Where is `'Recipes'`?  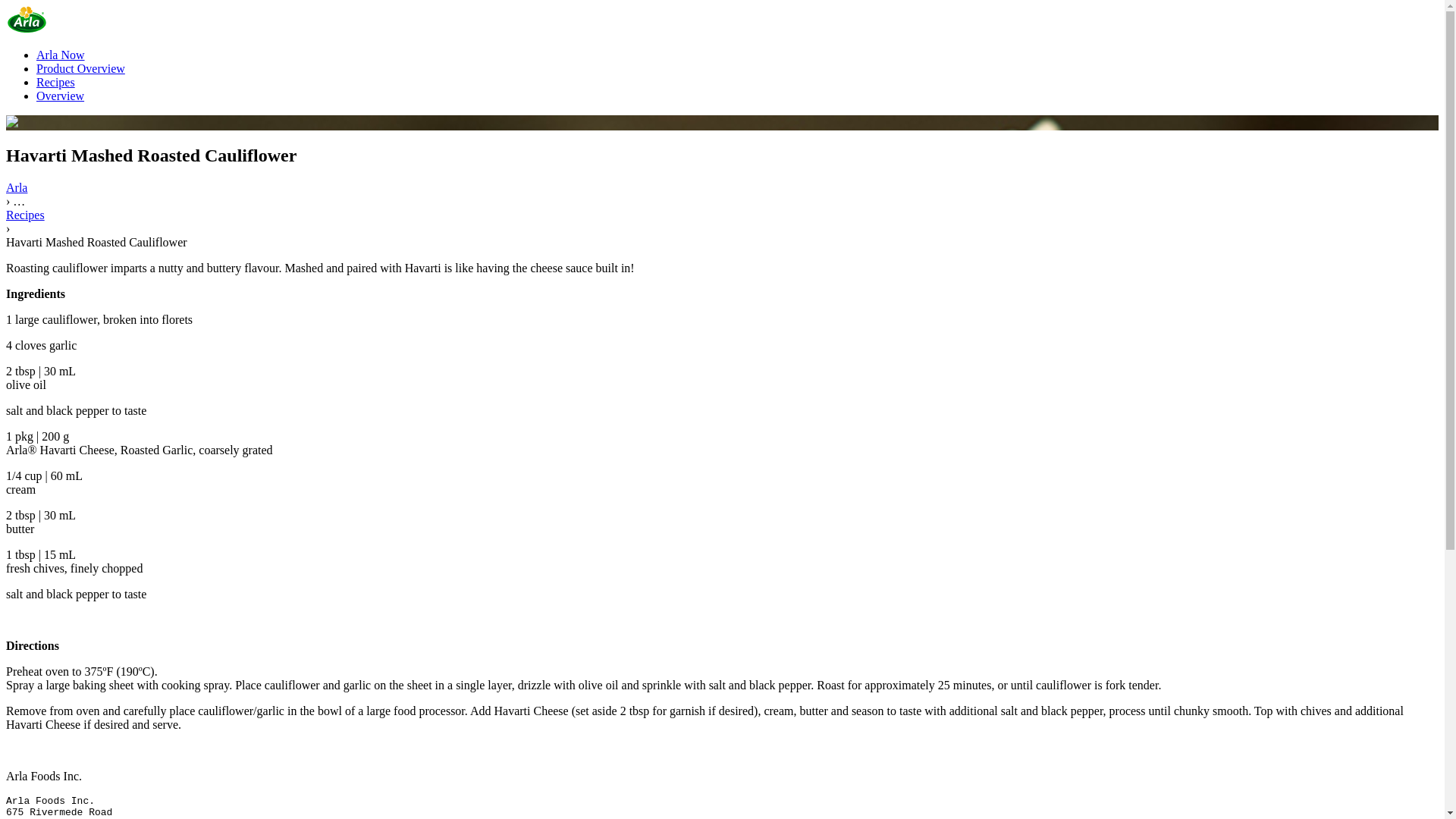
'Recipes' is located at coordinates (55, 82).